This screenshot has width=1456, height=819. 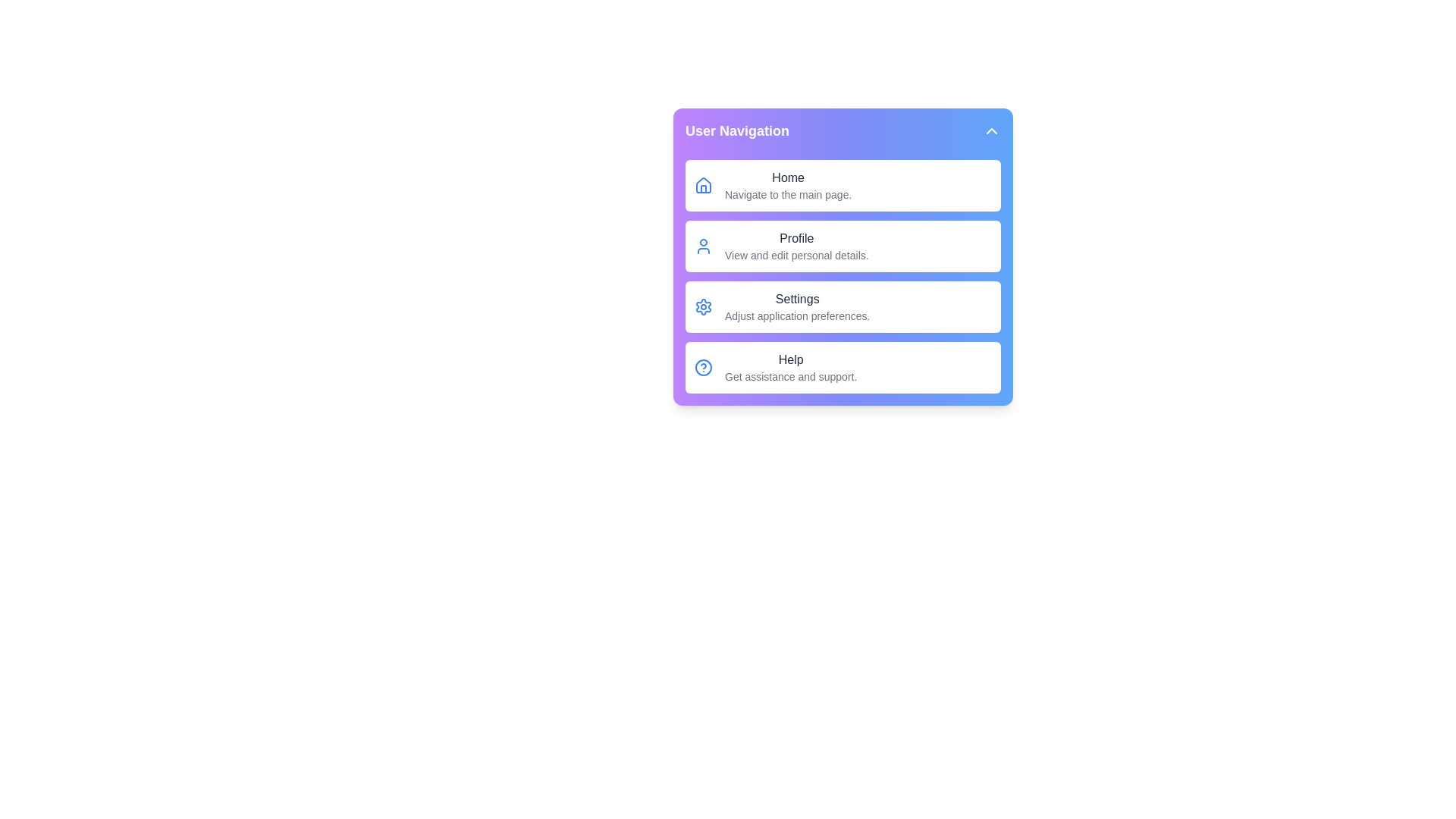 What do you see at coordinates (702, 245) in the screenshot?
I see `the Profile icon in the dropdown menu` at bounding box center [702, 245].